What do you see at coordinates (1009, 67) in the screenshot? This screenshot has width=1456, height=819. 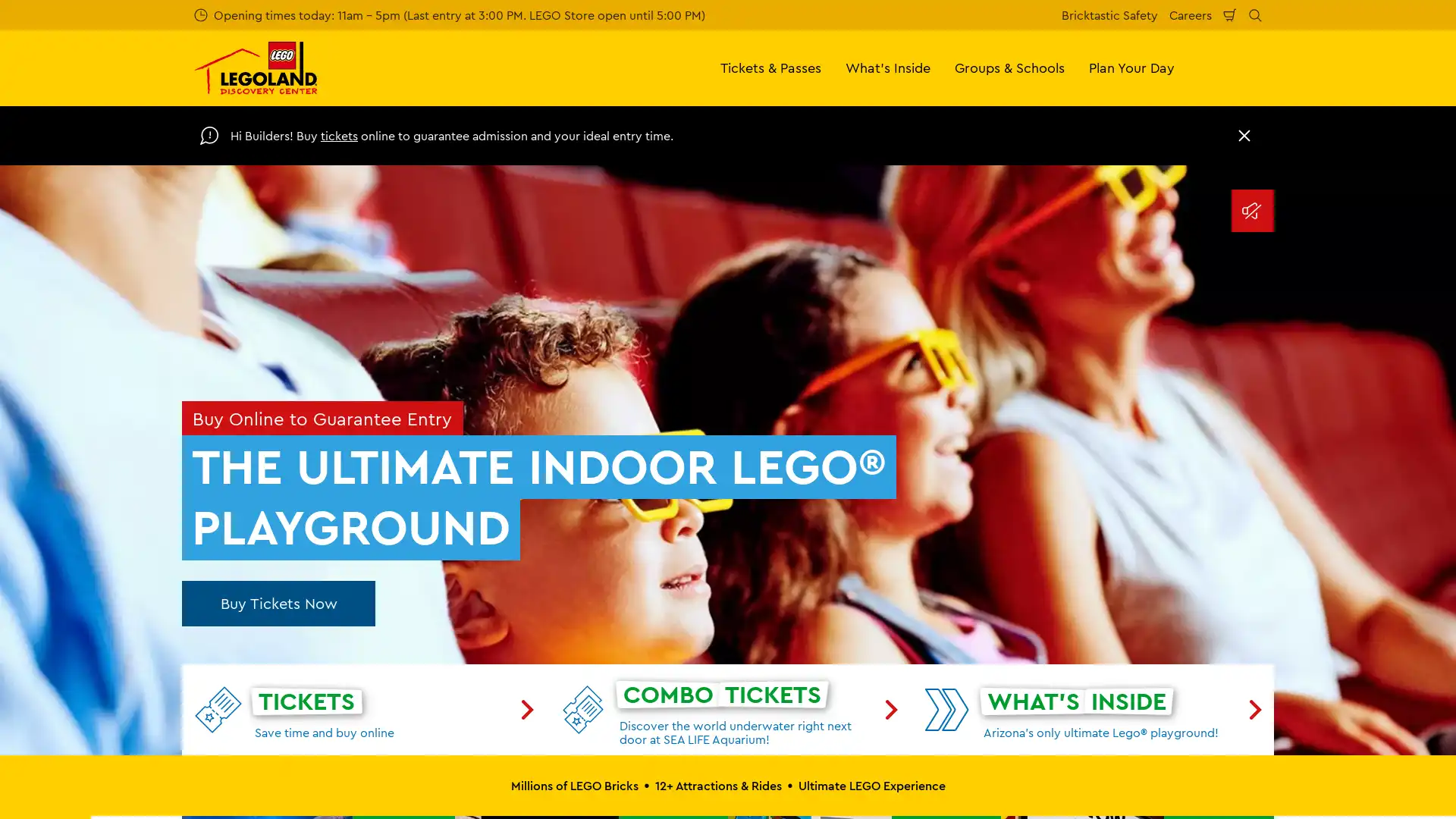 I see `Groups & Schools` at bounding box center [1009, 67].